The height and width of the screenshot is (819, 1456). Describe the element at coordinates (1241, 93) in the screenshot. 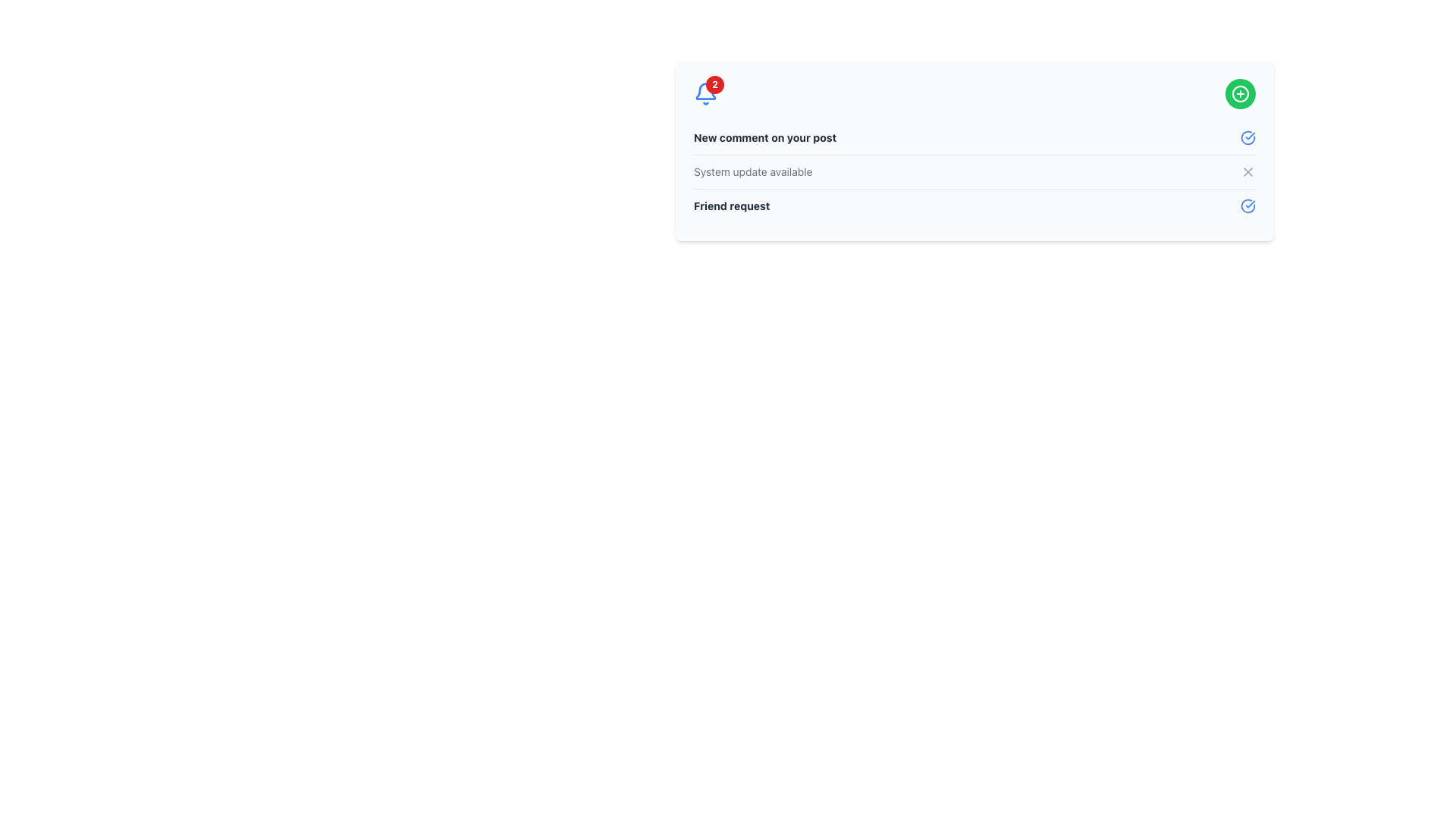

I see `the circular green button with a white plus icon located at the top-right corner of the notification card` at that location.